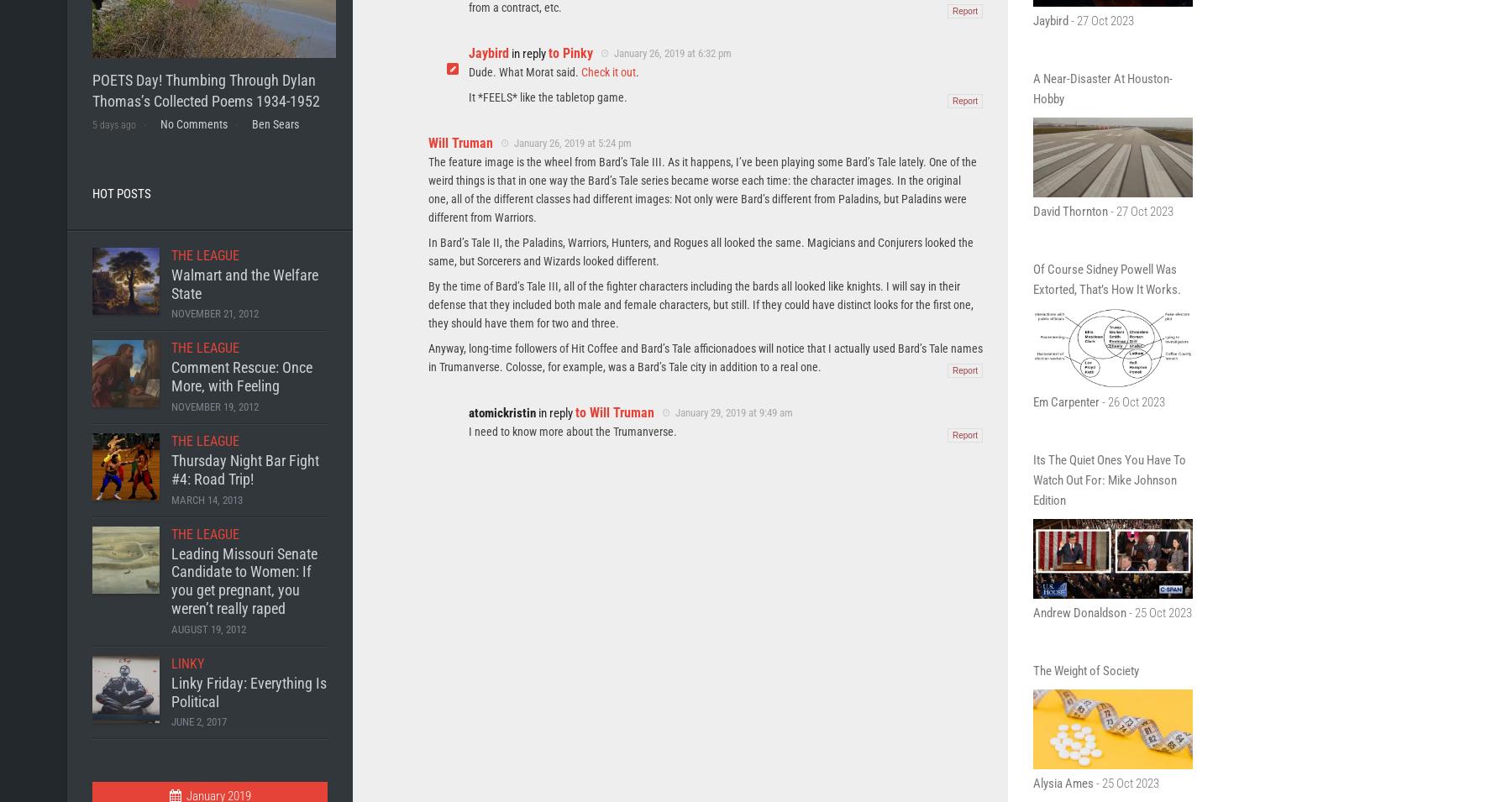 The image size is (1512, 802). What do you see at coordinates (501, 411) in the screenshot?
I see `'atomickristin'` at bounding box center [501, 411].